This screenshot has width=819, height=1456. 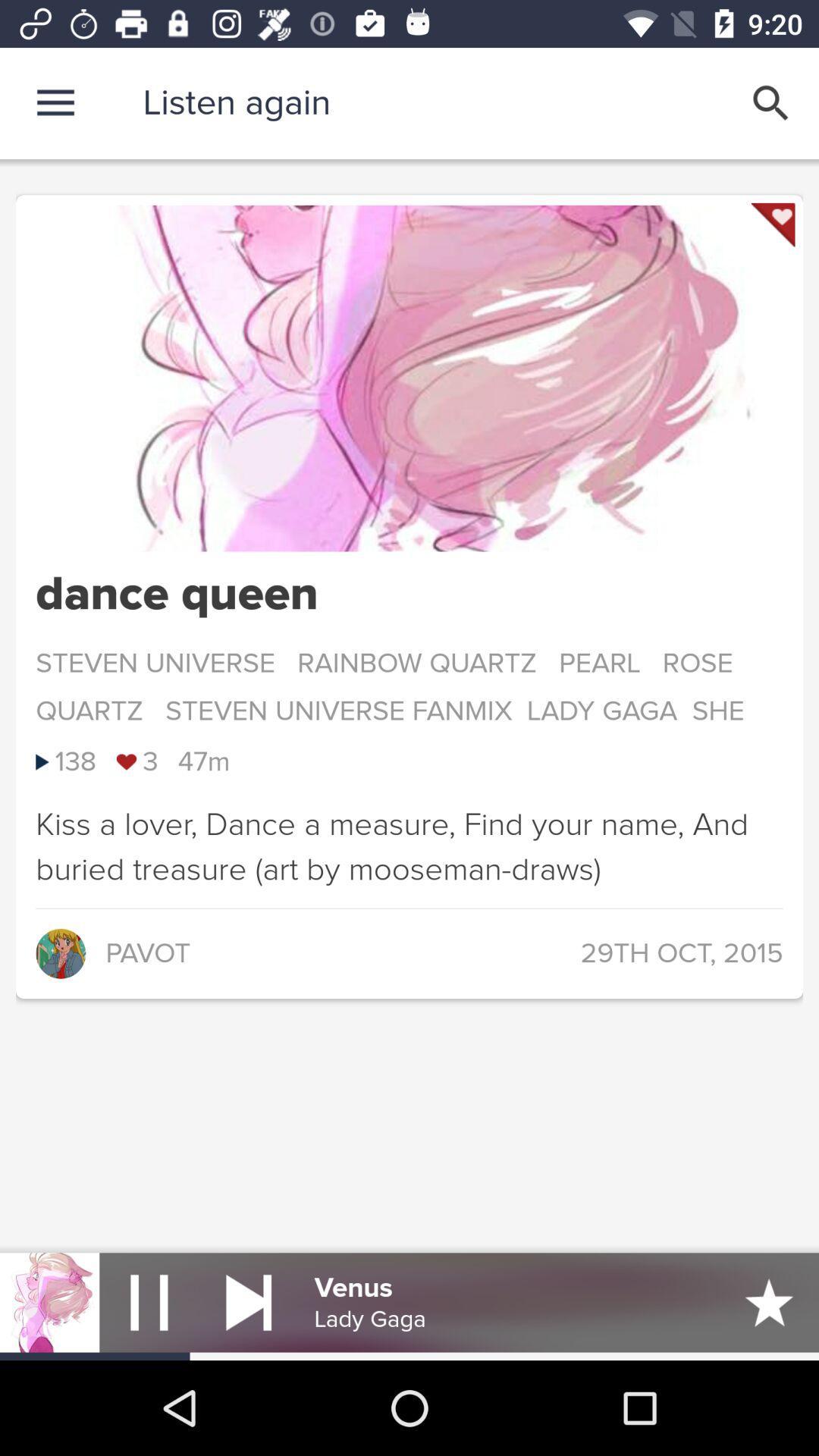 What do you see at coordinates (248, 1301) in the screenshot?
I see `the skip_next icon` at bounding box center [248, 1301].